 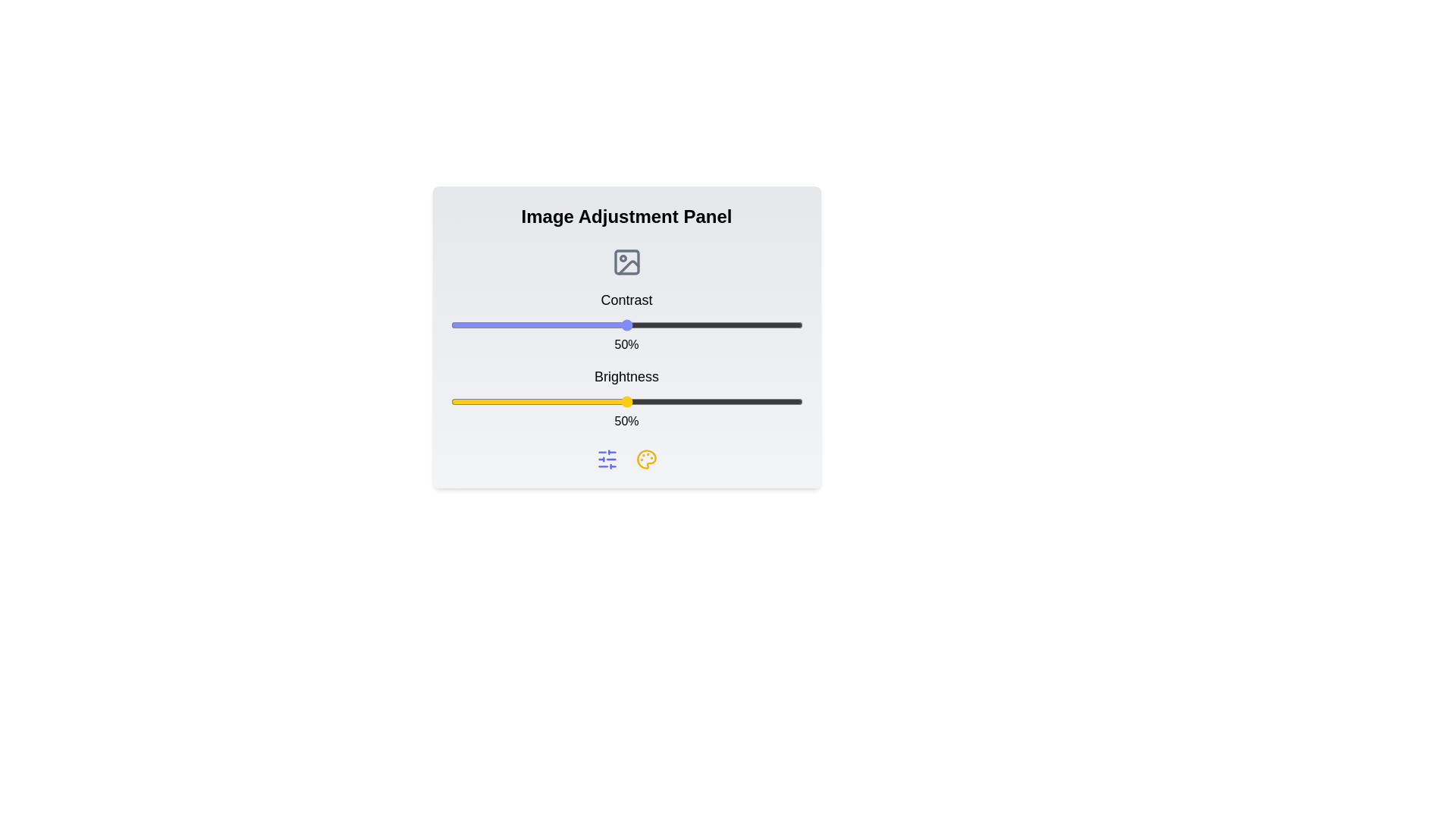 What do you see at coordinates (760, 324) in the screenshot?
I see `the contrast slider to 88%` at bounding box center [760, 324].